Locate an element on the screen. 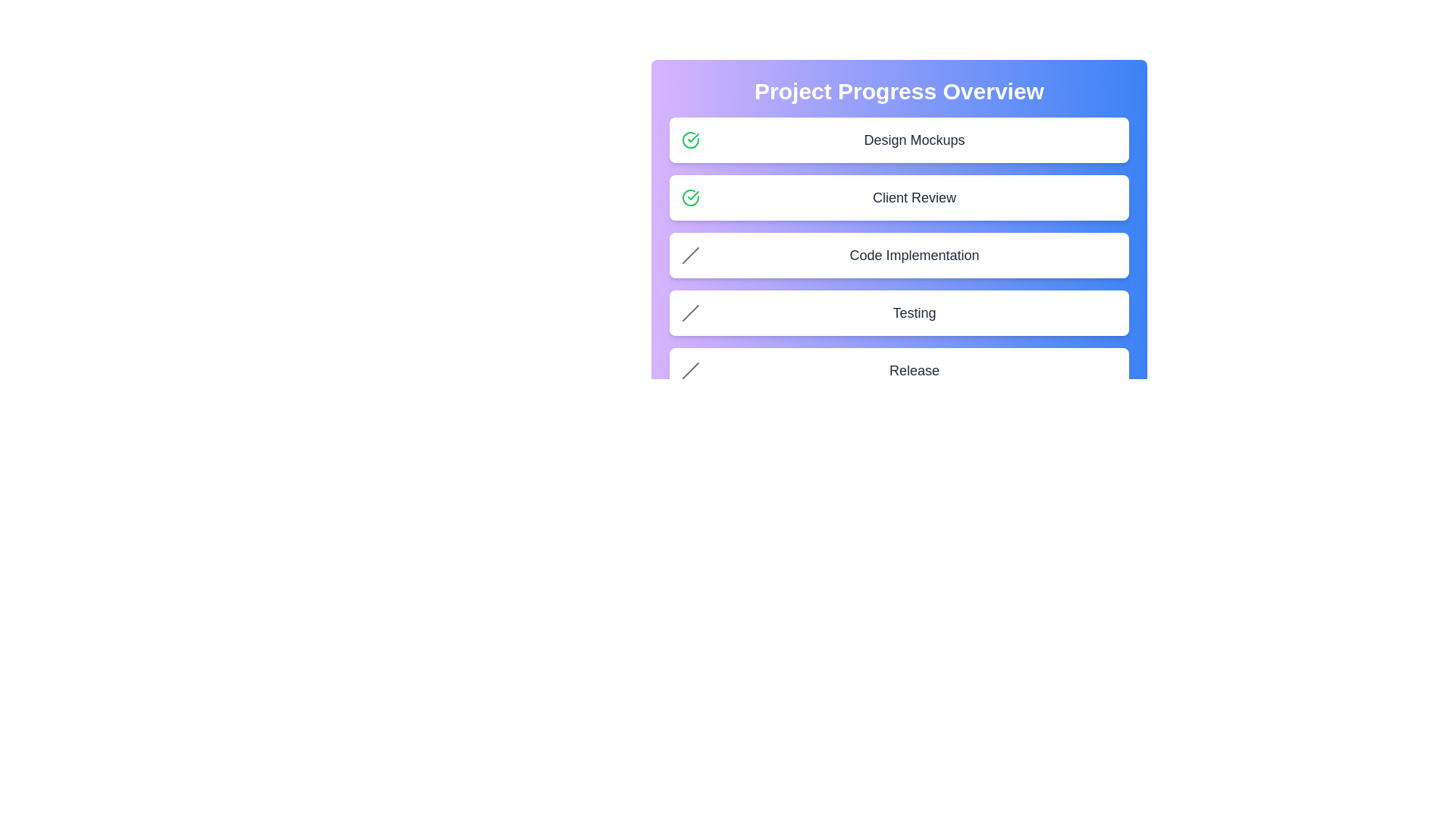 Image resolution: width=1456 pixels, height=819 pixels. the slash icon located next to the 'Code Implementation' text label in the third list item of the interface is located at coordinates (690, 254).